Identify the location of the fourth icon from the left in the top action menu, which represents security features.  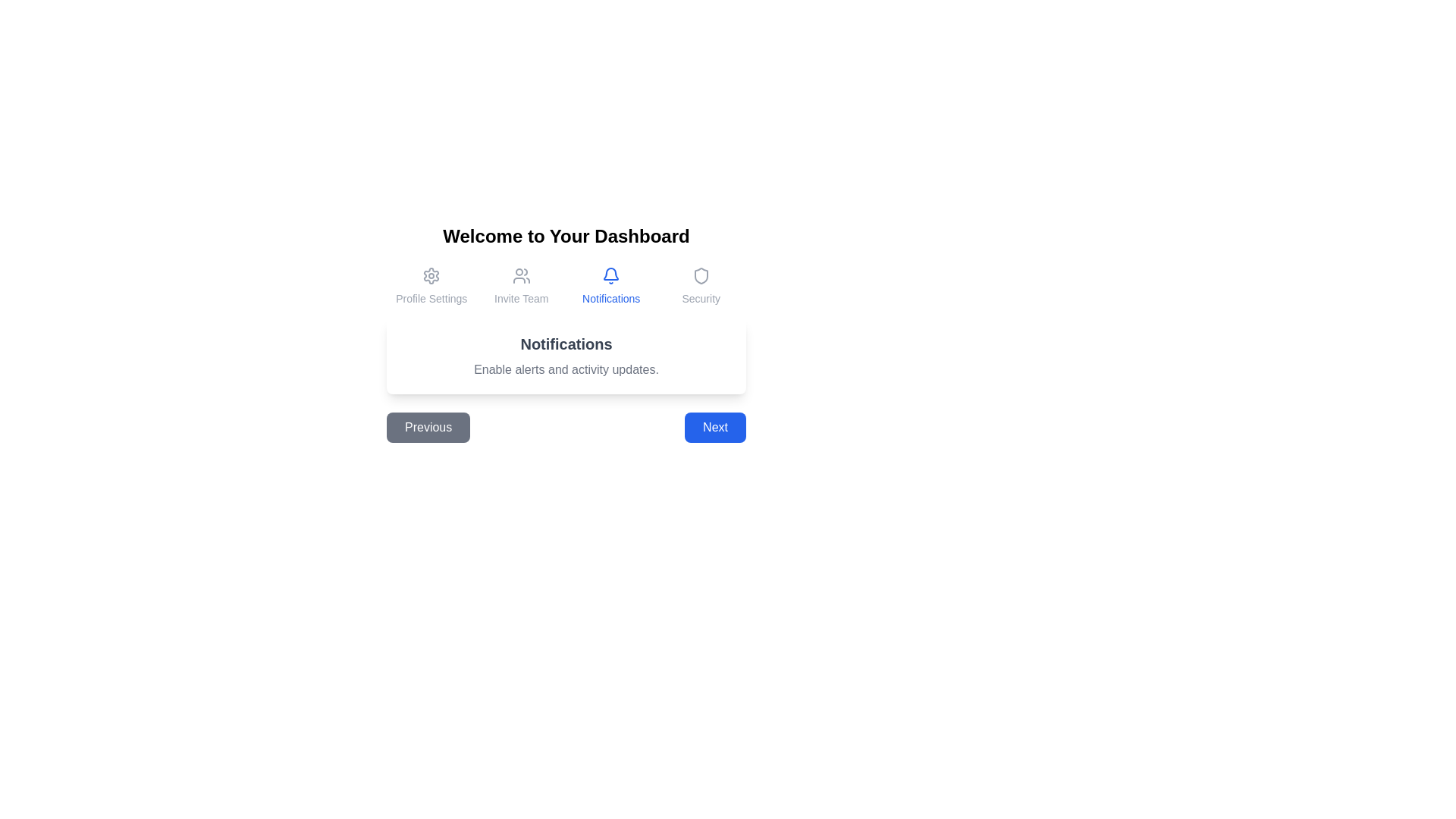
(700, 275).